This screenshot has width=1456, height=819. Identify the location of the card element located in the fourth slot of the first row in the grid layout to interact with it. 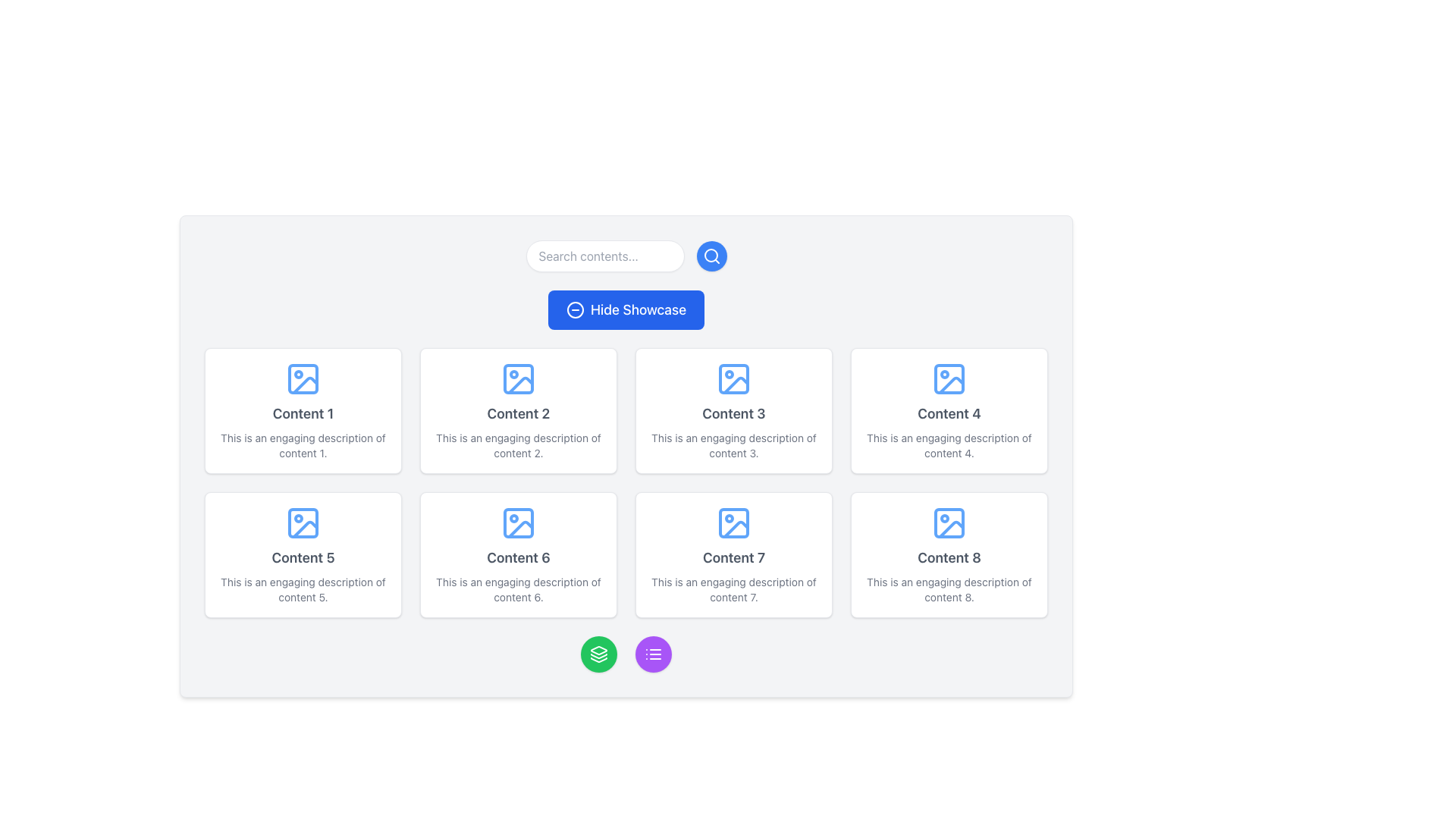
(949, 411).